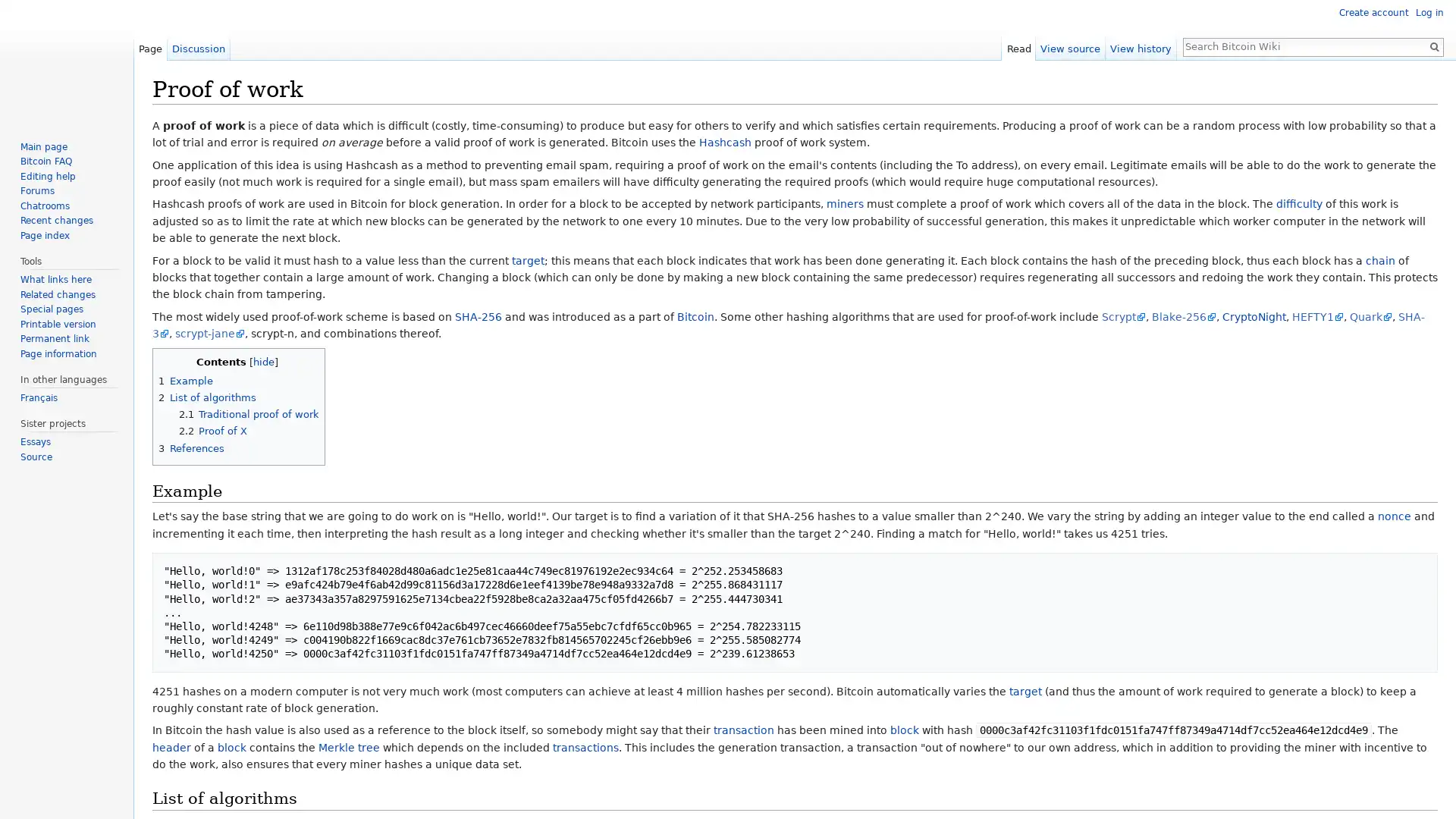 This screenshot has width=1456, height=819. I want to click on Go, so click(1433, 45).